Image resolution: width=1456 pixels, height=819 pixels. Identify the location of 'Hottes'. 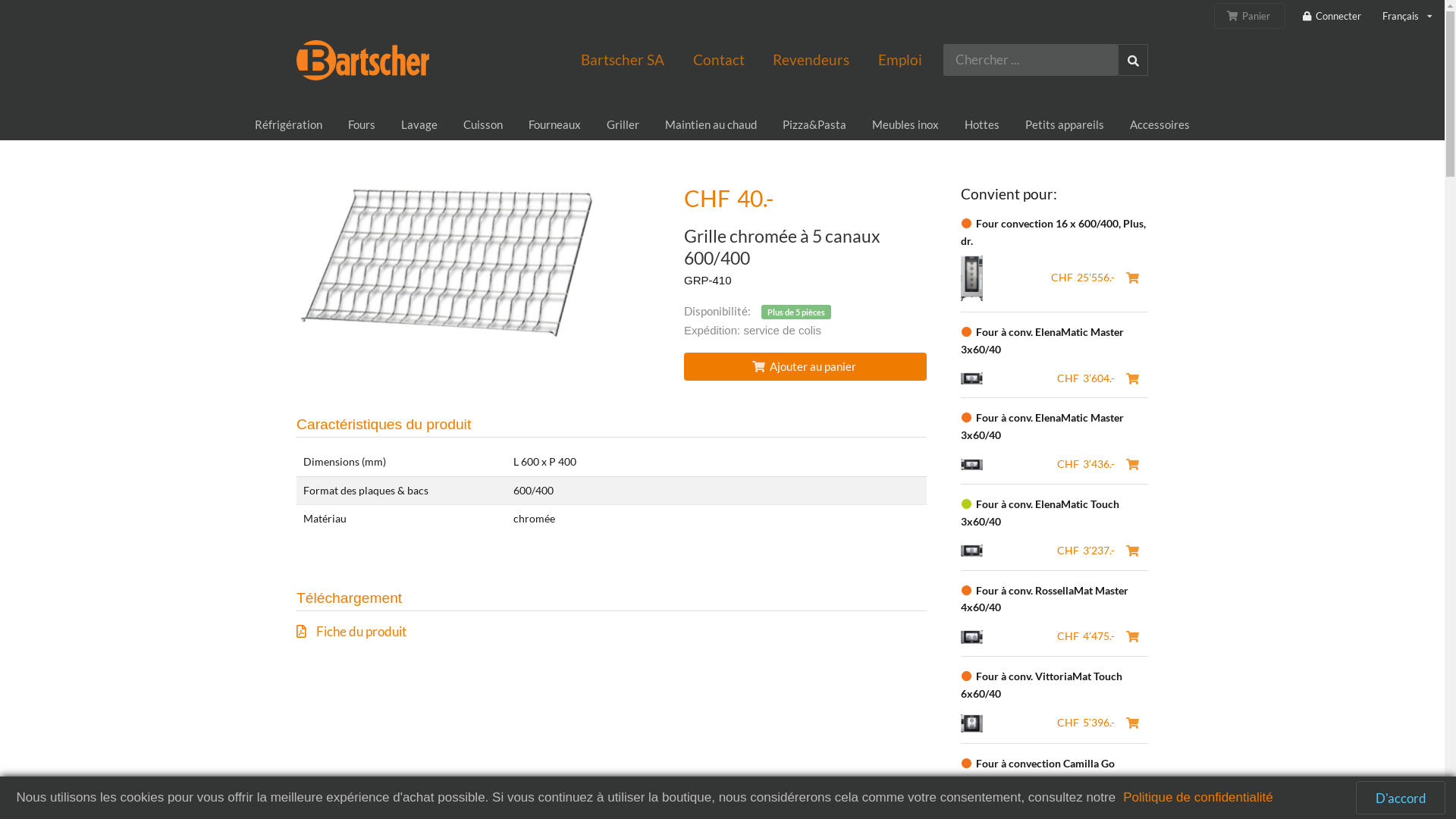
(982, 124).